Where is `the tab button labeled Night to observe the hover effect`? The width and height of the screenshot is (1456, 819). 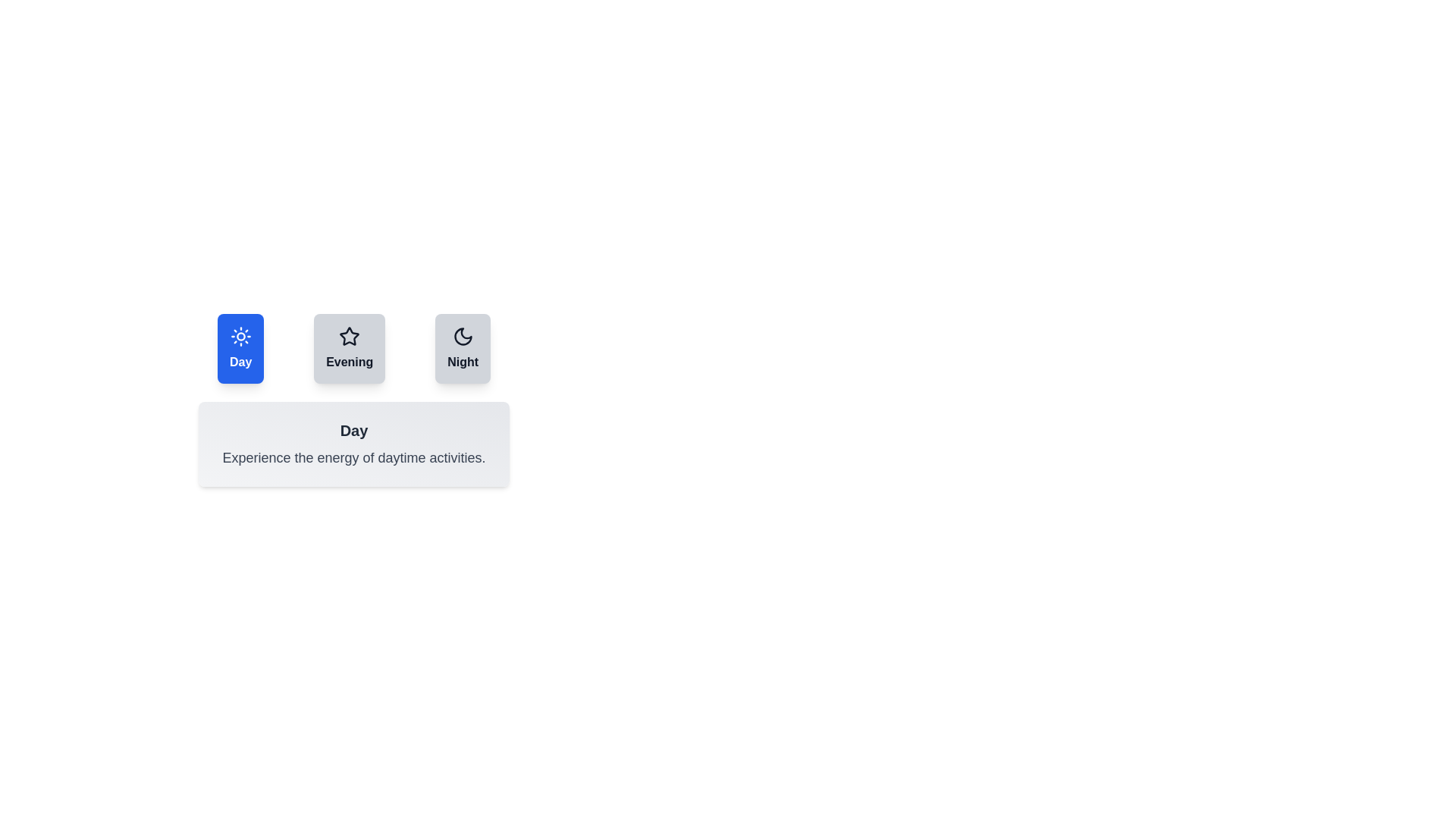 the tab button labeled Night to observe the hover effect is located at coordinates (462, 348).